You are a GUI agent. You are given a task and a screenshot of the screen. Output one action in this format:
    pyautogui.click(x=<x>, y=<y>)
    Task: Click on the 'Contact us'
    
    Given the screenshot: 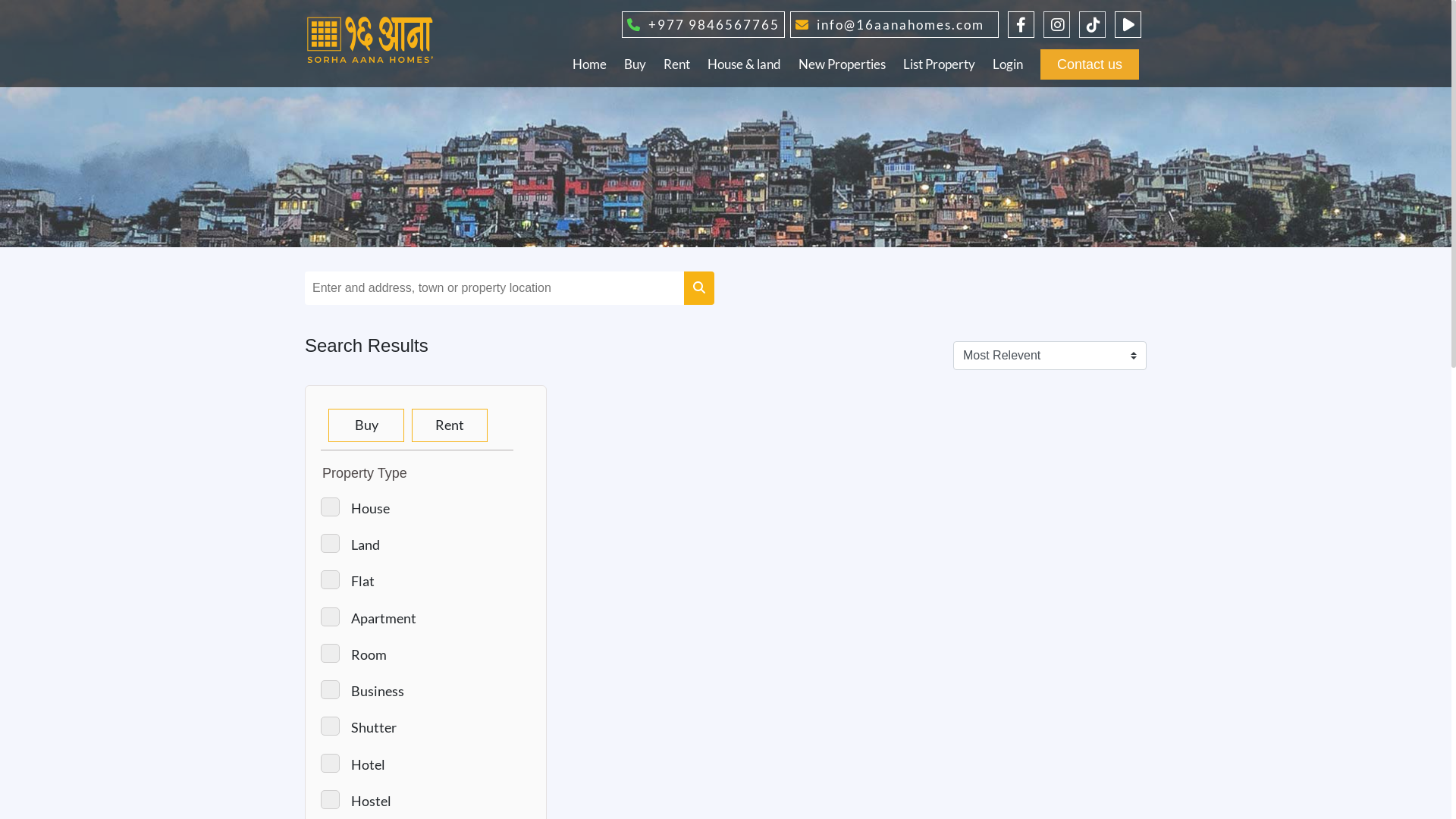 What is the action you would take?
    pyautogui.click(x=1088, y=63)
    